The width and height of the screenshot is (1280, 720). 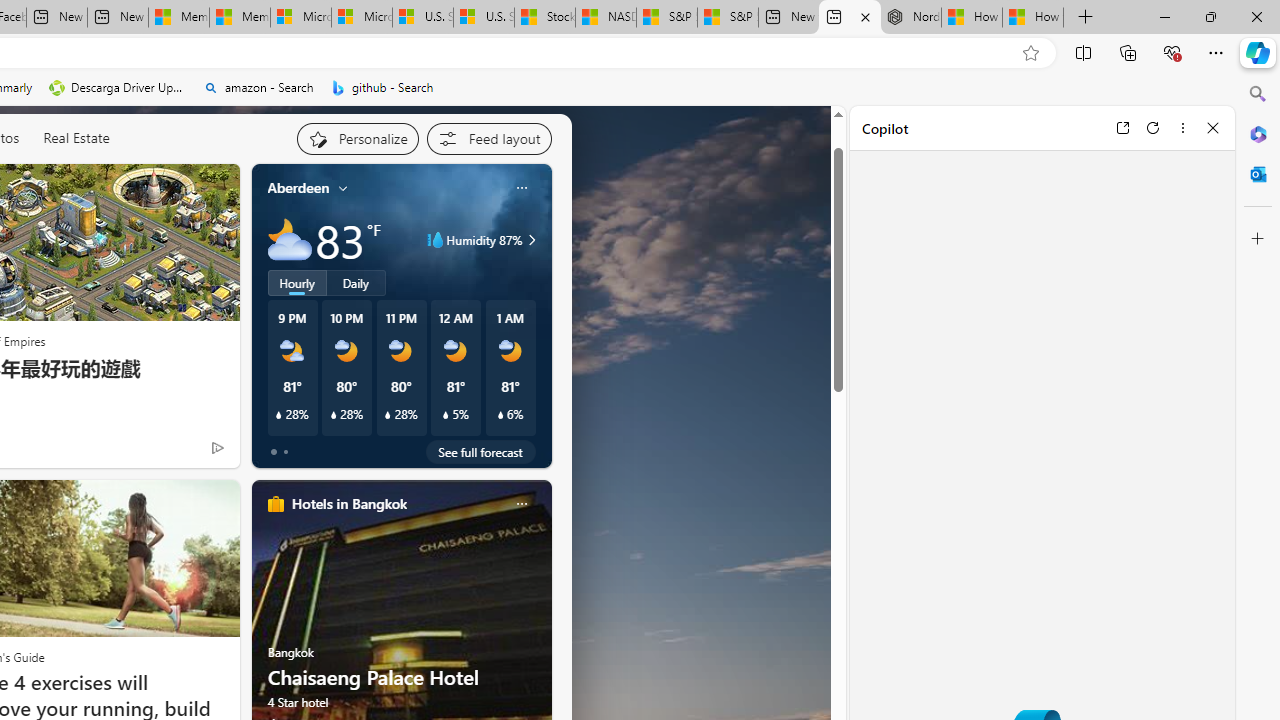 What do you see at coordinates (348, 502) in the screenshot?
I see `'Hotels in Bangkok'` at bounding box center [348, 502].